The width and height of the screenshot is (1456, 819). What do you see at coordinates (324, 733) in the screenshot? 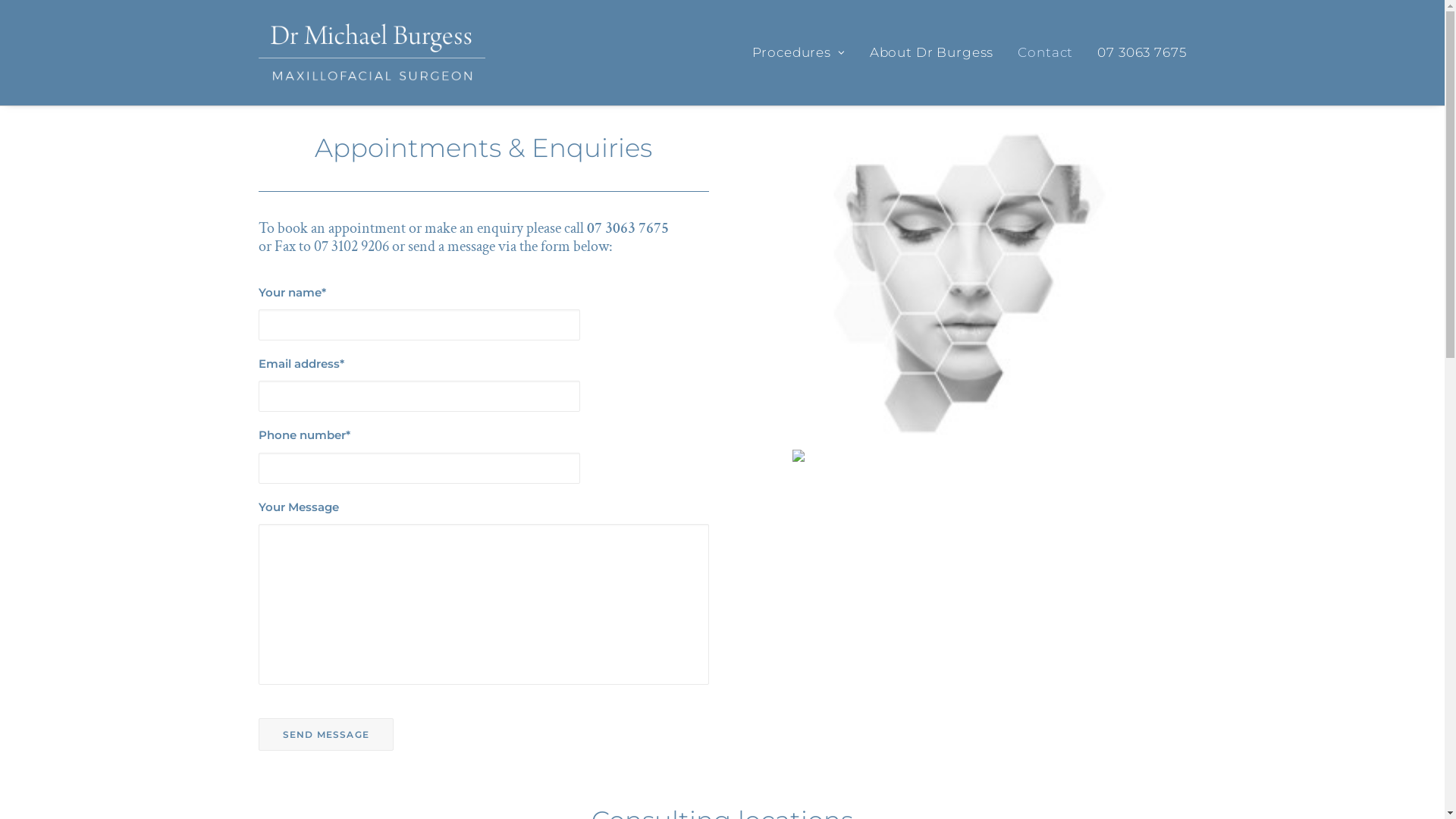
I see `'Send message'` at bounding box center [324, 733].